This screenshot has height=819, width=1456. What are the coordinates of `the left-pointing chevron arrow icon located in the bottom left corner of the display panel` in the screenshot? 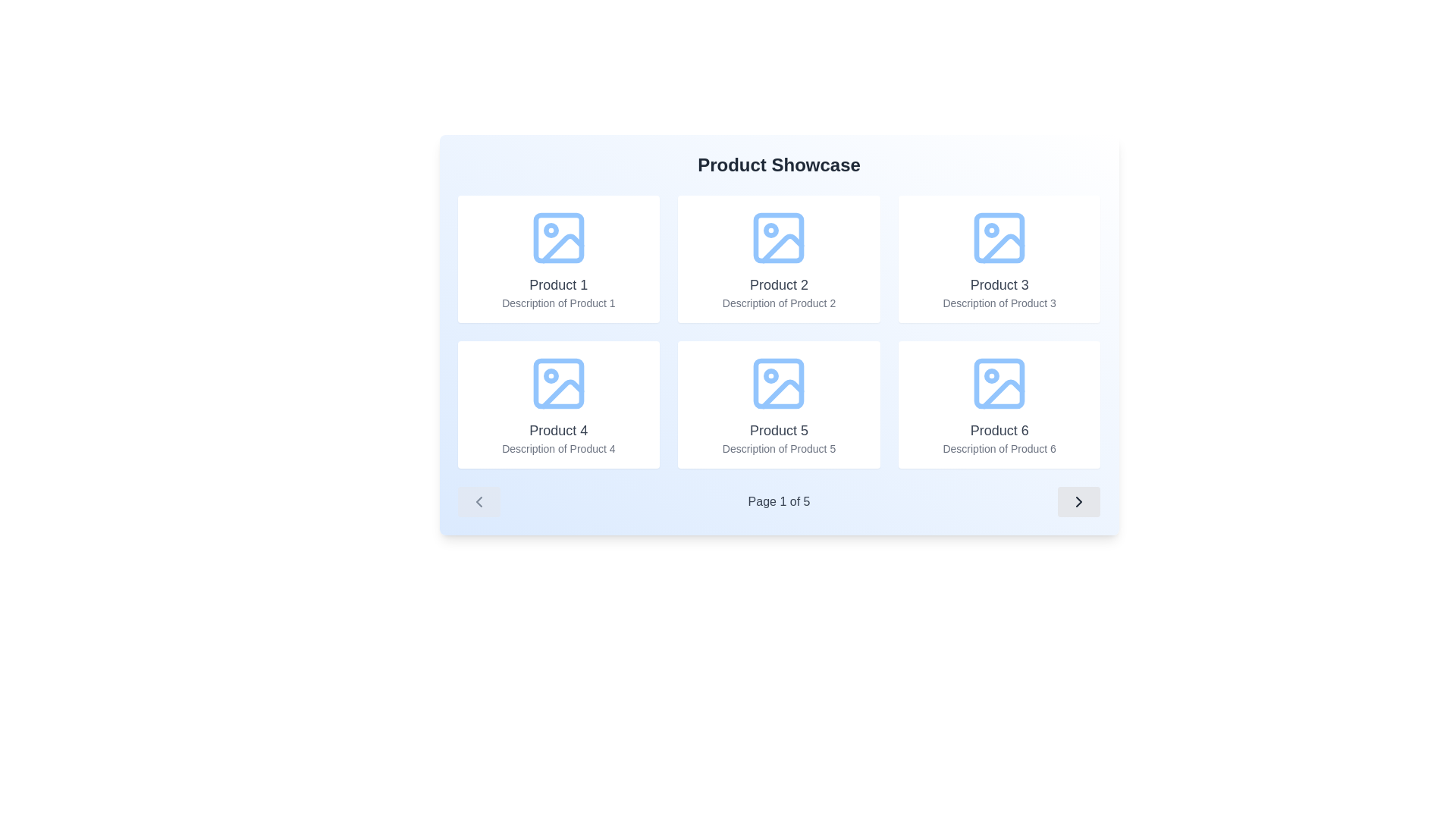 It's located at (478, 502).